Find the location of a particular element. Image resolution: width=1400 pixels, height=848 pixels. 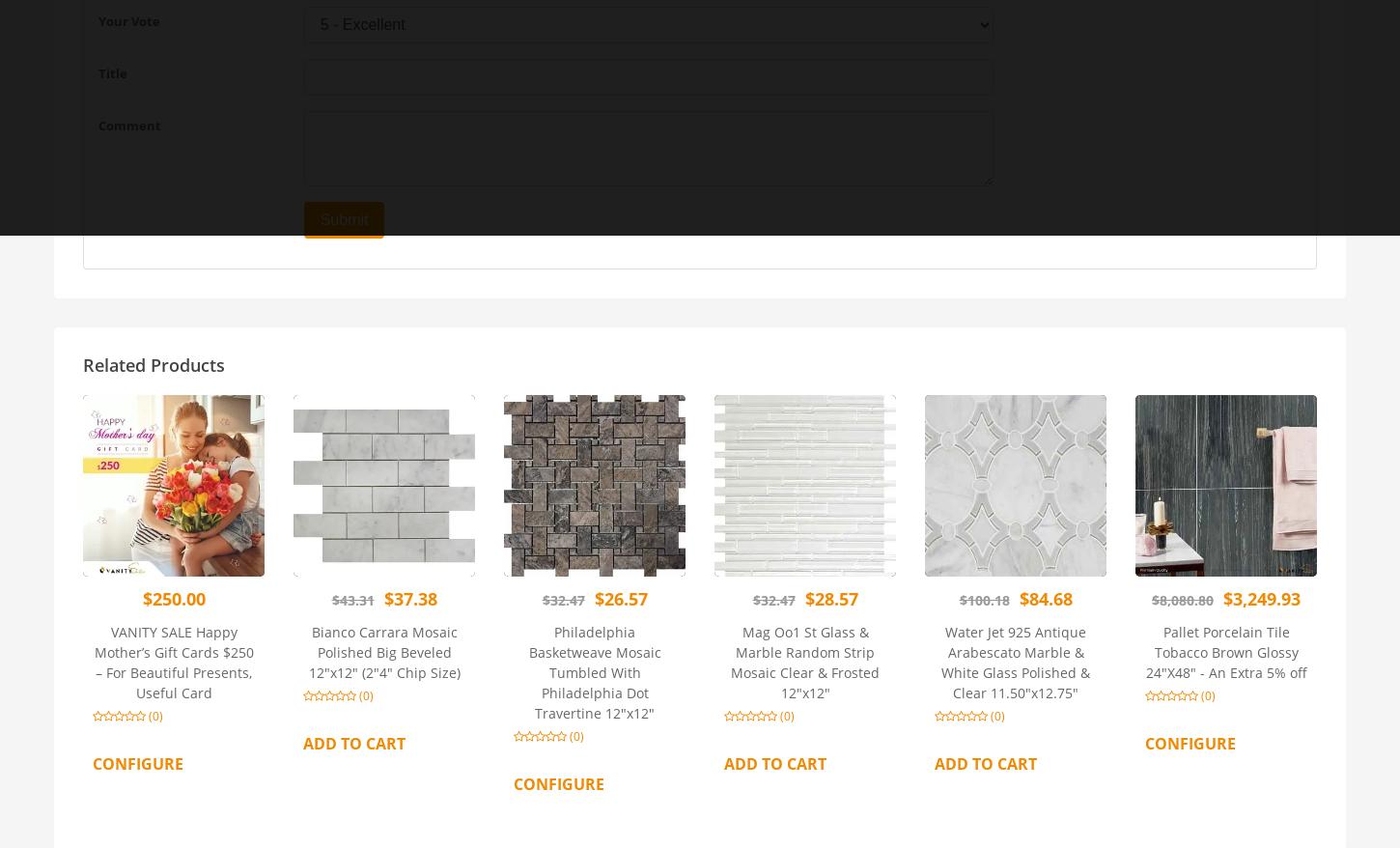

'Related Products' is located at coordinates (153, 363).